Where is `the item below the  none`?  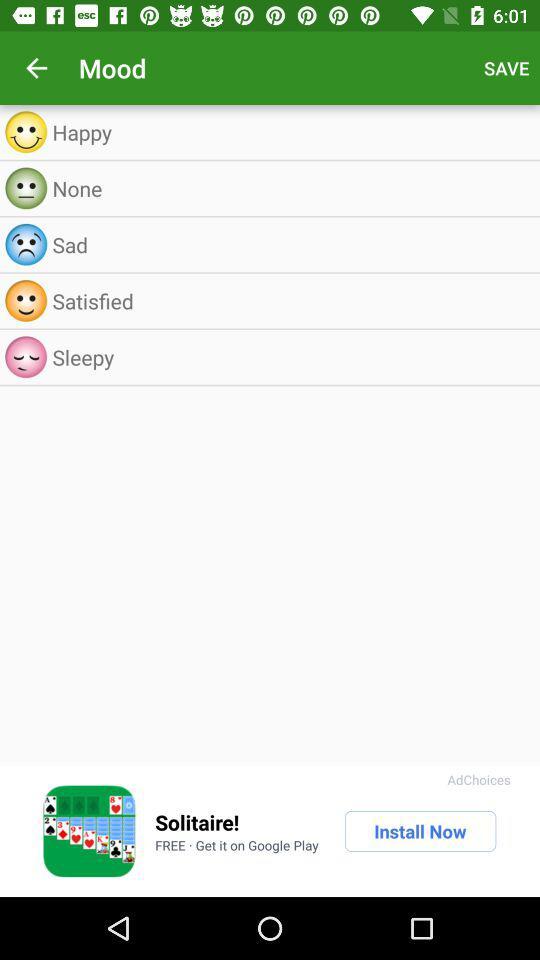
the item below the  none is located at coordinates (290, 243).